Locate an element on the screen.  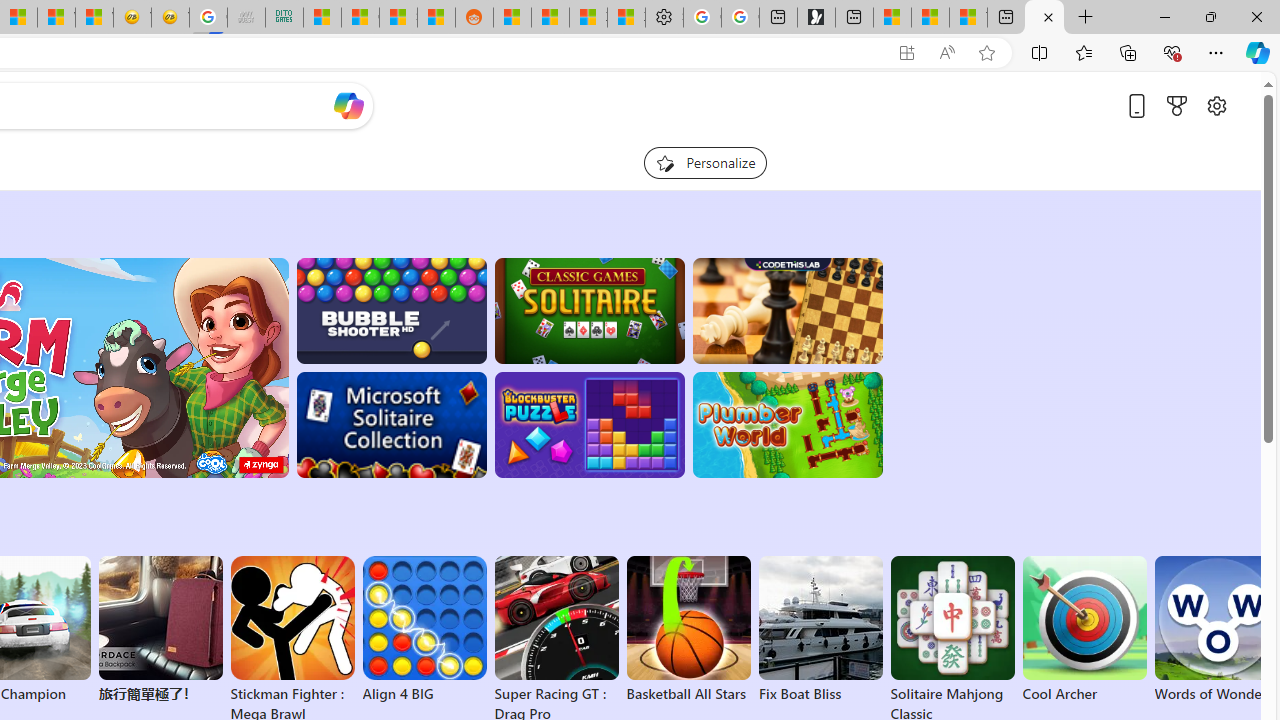
'Align 4 BIG' is located at coordinates (423, 630).